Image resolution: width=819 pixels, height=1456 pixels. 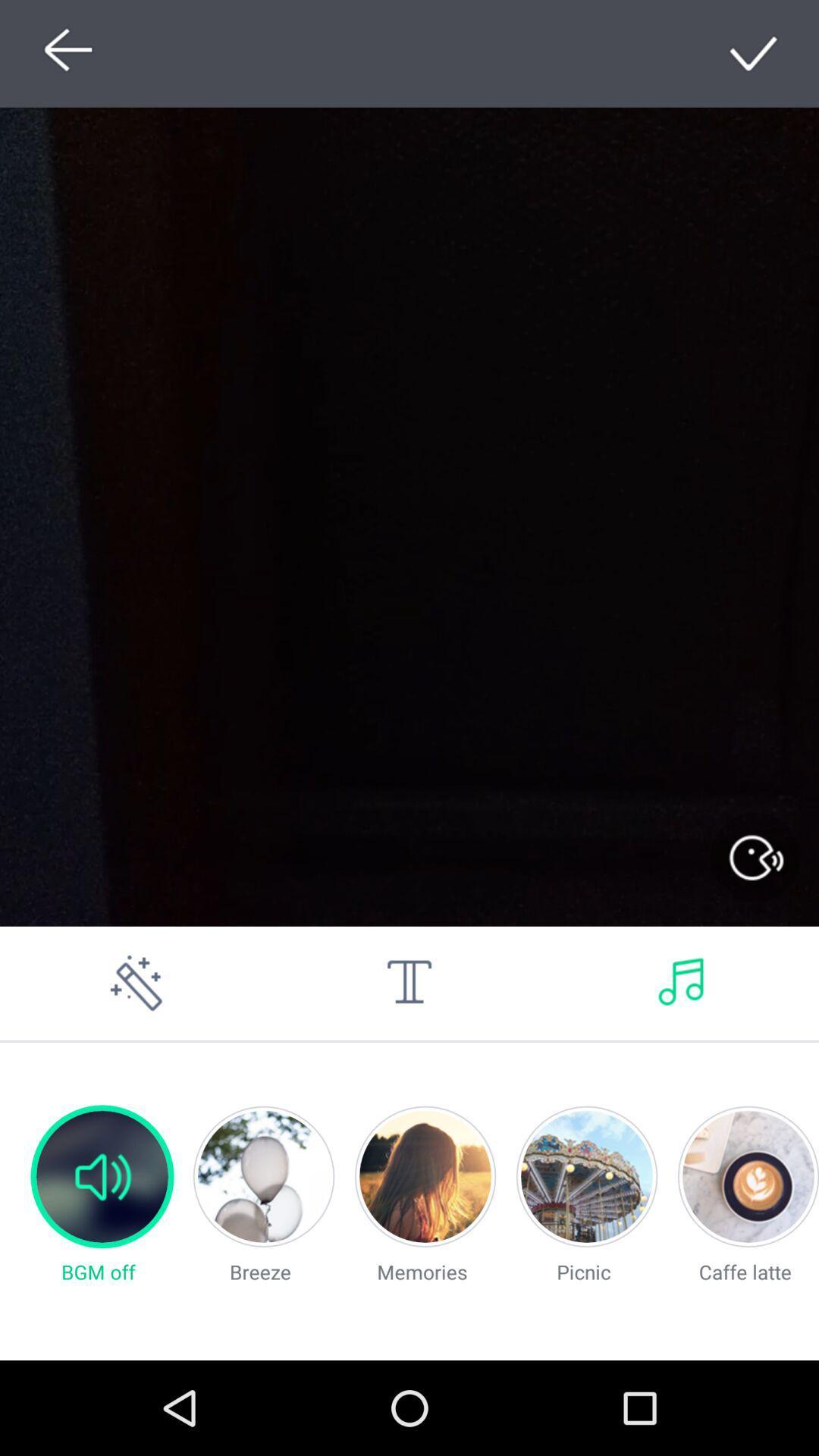 I want to click on confirm choice, so click(x=755, y=53).